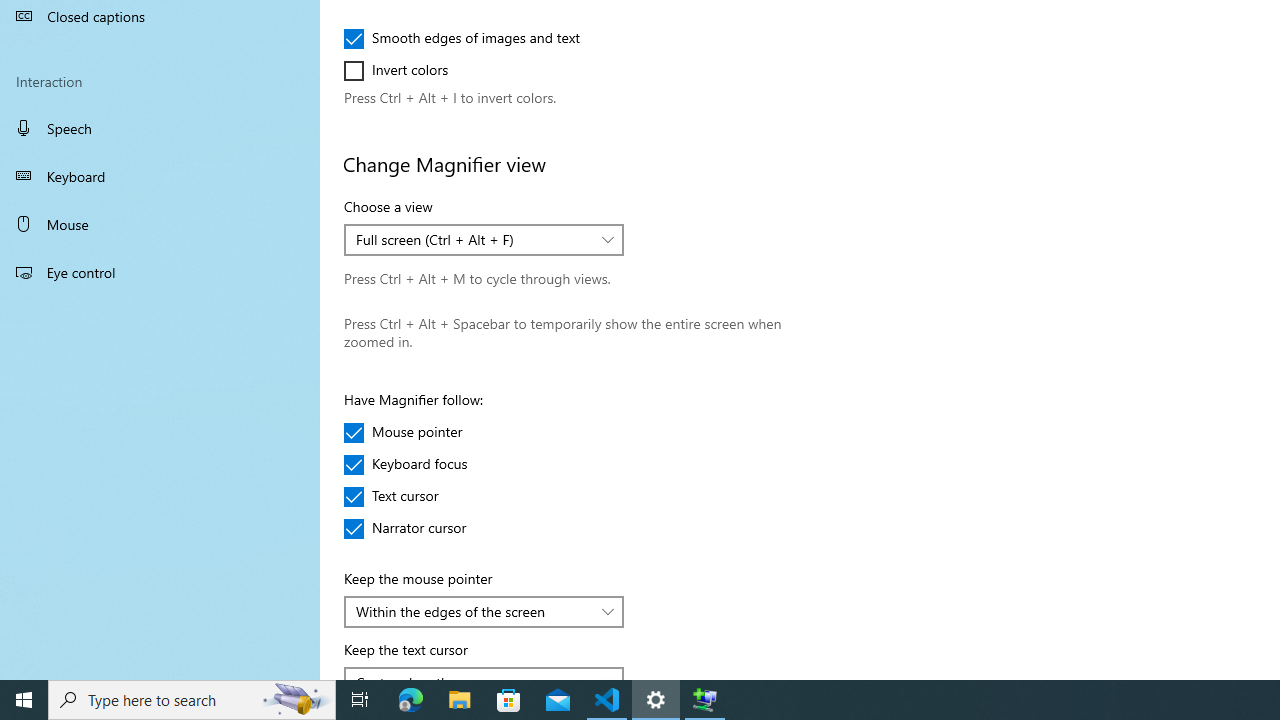 Image resolution: width=1280 pixels, height=720 pixels. I want to click on 'Type here to search', so click(192, 698).